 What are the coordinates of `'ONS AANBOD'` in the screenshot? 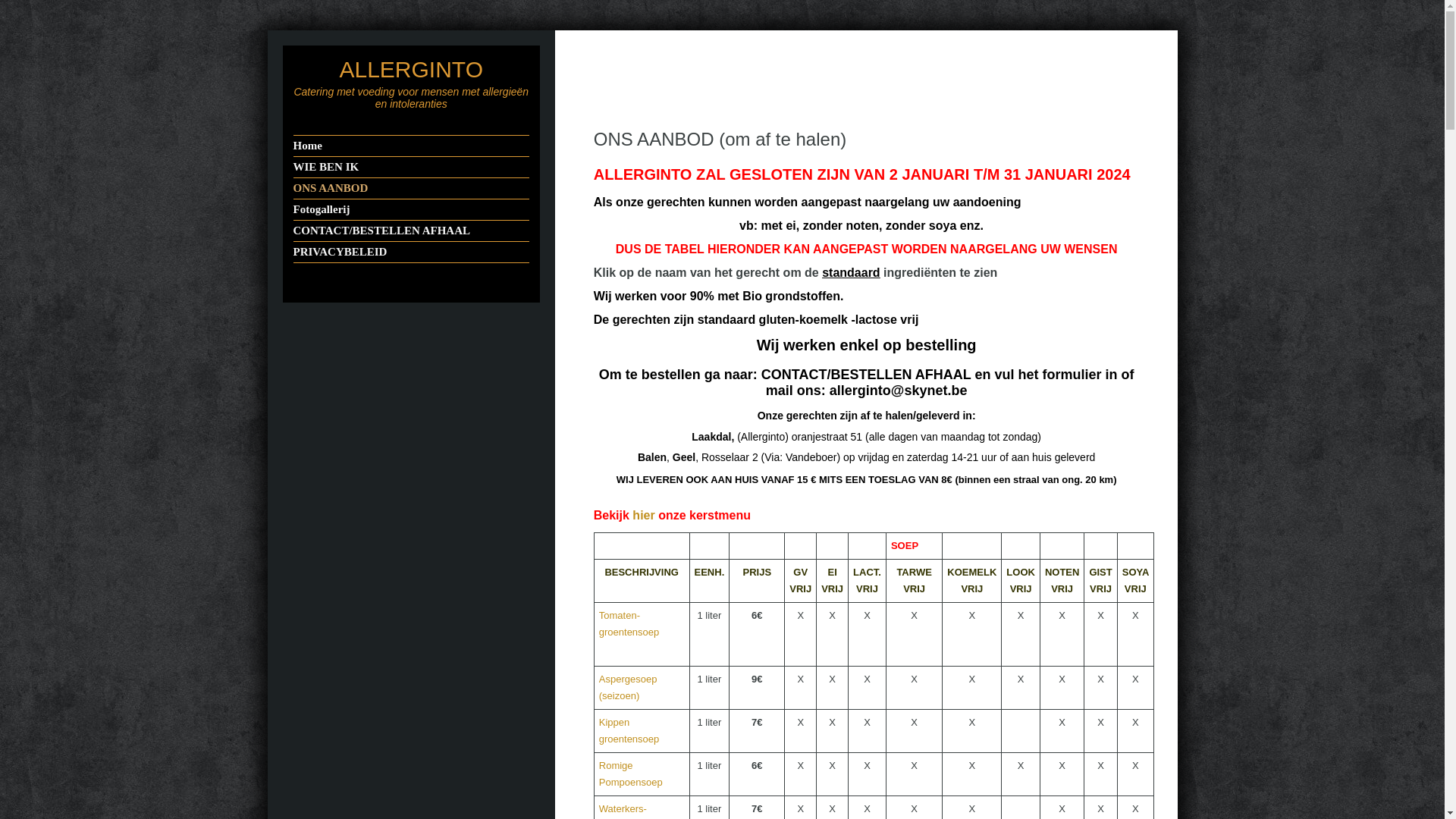 It's located at (410, 187).